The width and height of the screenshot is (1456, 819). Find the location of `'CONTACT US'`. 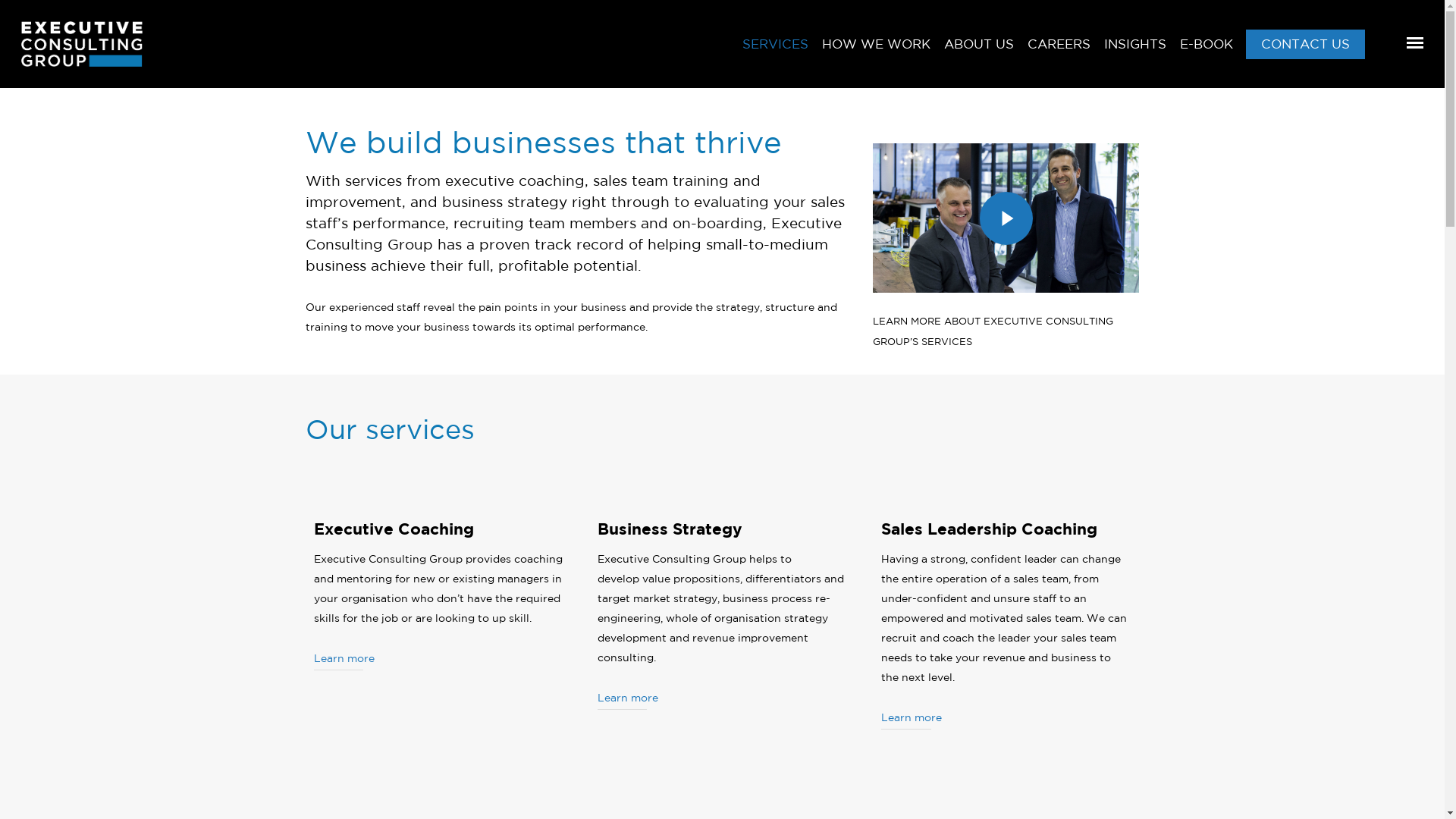

'CONTACT US' is located at coordinates (1304, 54).